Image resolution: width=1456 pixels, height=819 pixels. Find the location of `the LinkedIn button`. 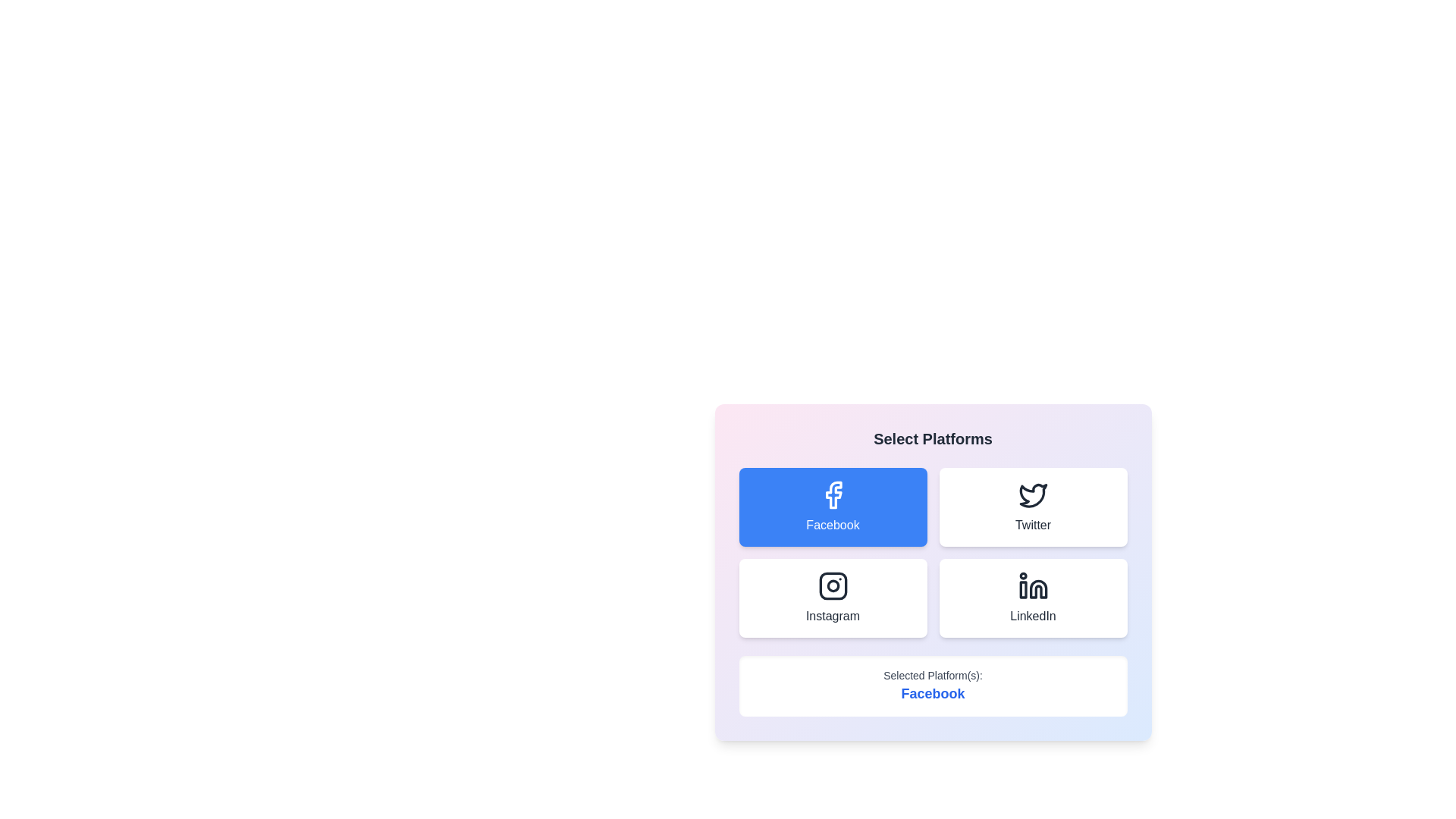

the LinkedIn button is located at coordinates (1032, 598).